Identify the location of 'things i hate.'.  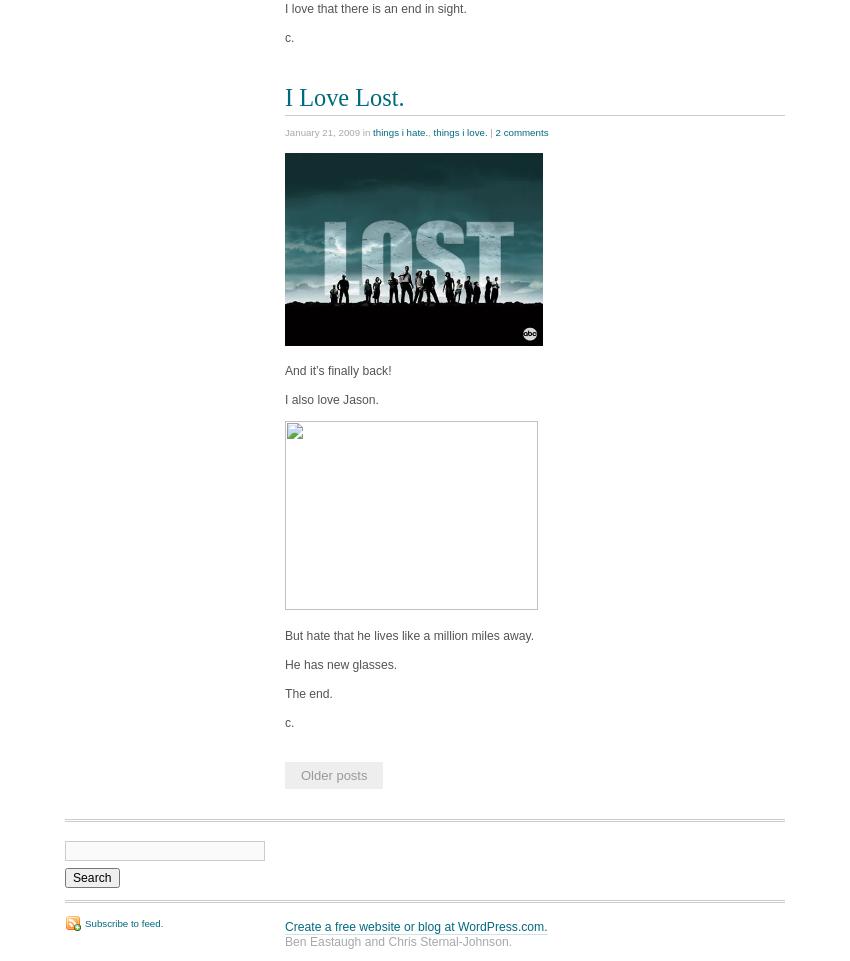
(400, 131).